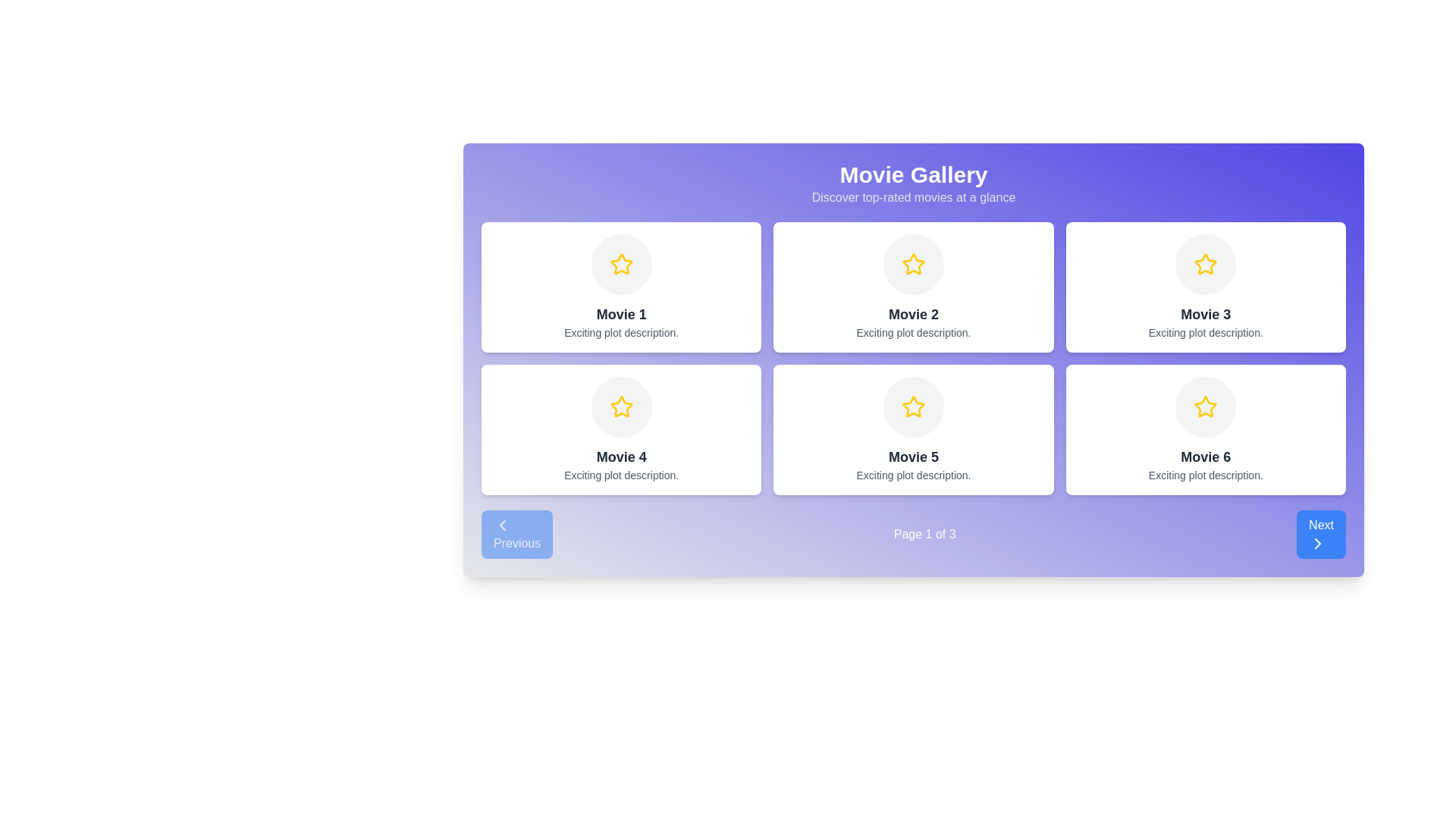  What do you see at coordinates (1205, 406) in the screenshot?
I see `the 5th star icon in the grid layout that symbolizes a rating for 'Movie 5'` at bounding box center [1205, 406].